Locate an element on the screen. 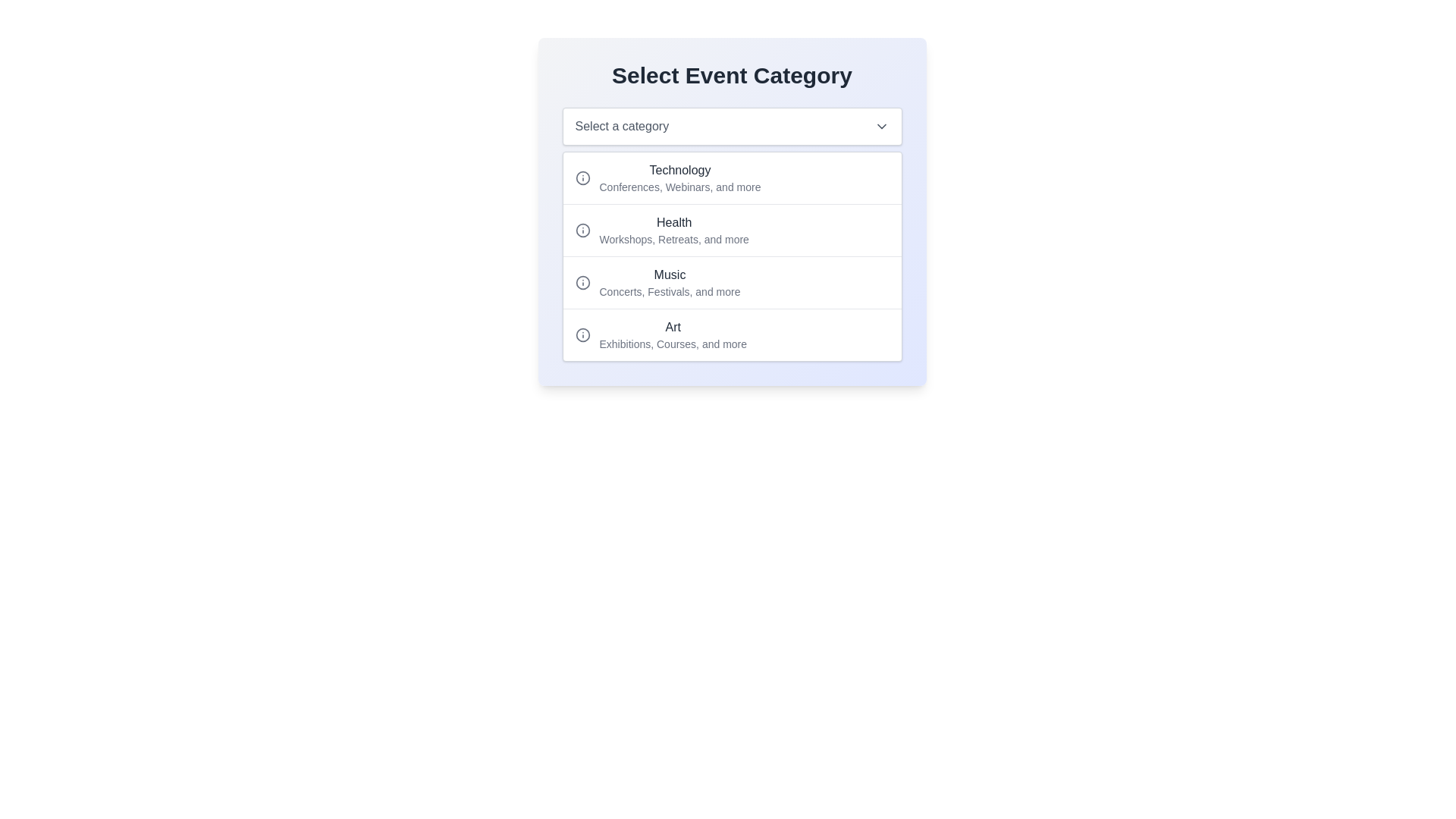  the centered title in bold font displaying 'Select Event Category' at the top center of the rounded, gradient-filled card is located at coordinates (732, 76).